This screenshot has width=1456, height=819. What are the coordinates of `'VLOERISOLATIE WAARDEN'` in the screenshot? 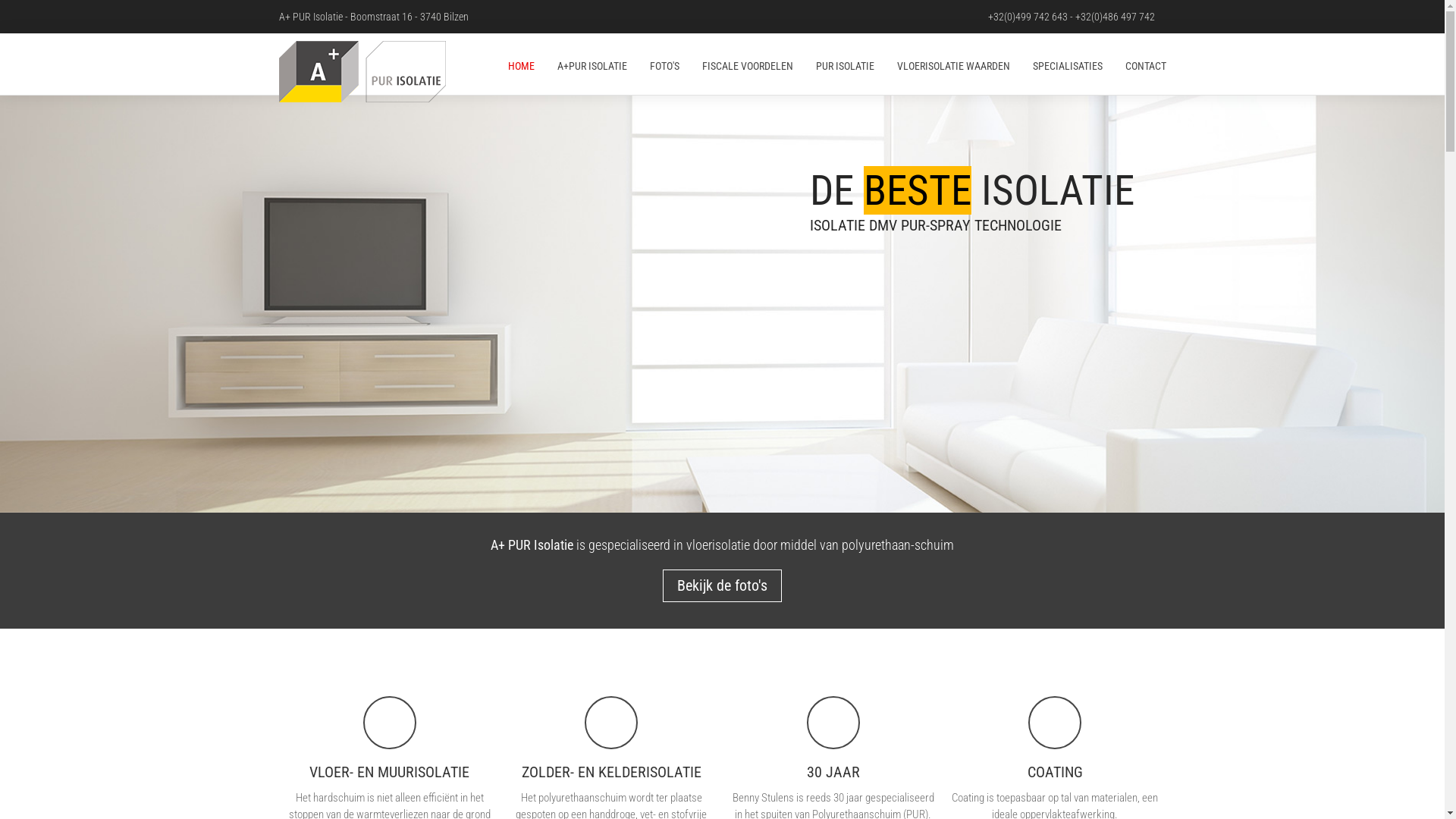 It's located at (885, 63).